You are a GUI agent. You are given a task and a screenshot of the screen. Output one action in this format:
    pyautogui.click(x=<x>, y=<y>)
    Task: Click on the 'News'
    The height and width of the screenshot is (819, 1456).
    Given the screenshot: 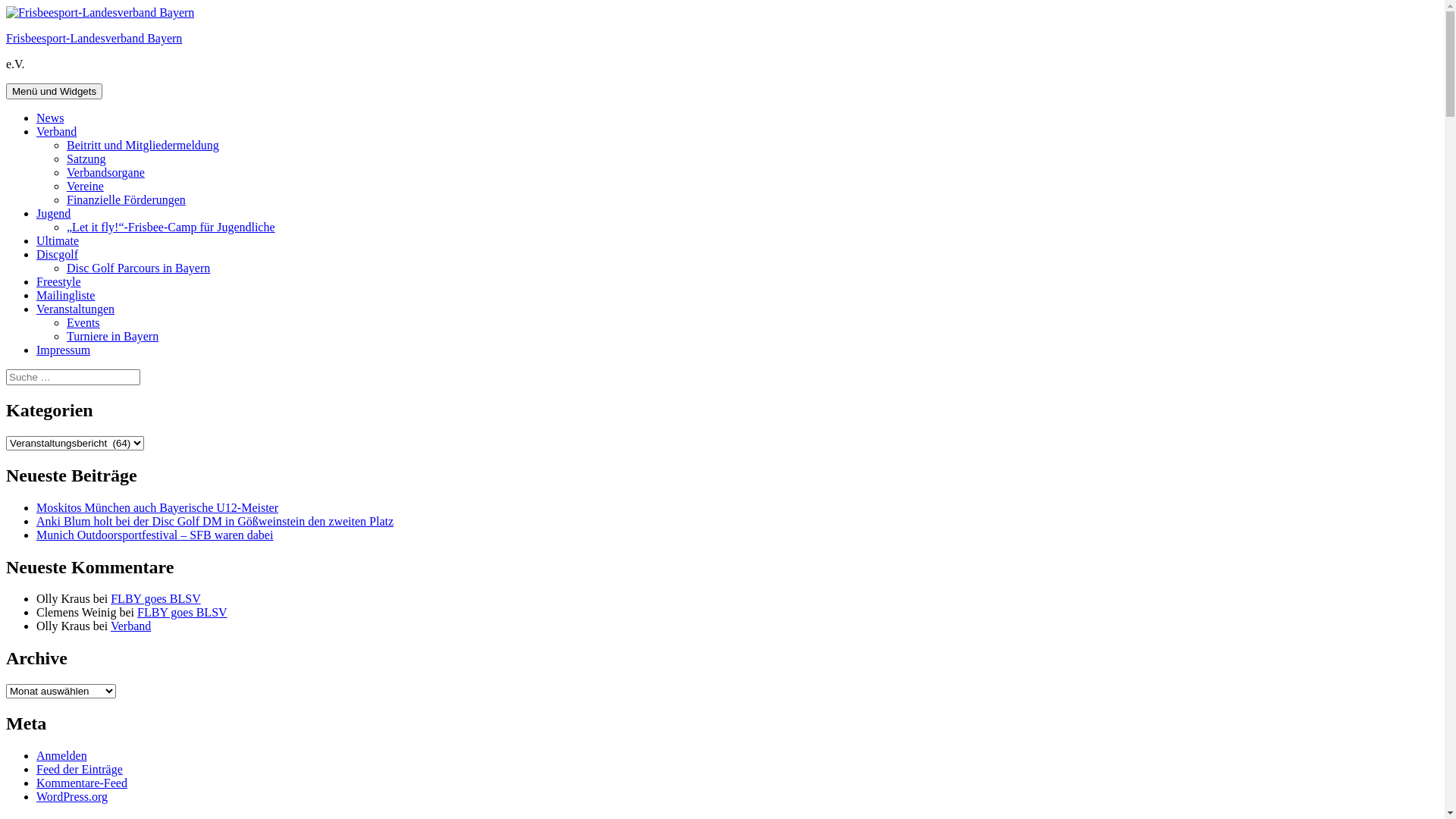 What is the action you would take?
    pyautogui.click(x=50, y=117)
    